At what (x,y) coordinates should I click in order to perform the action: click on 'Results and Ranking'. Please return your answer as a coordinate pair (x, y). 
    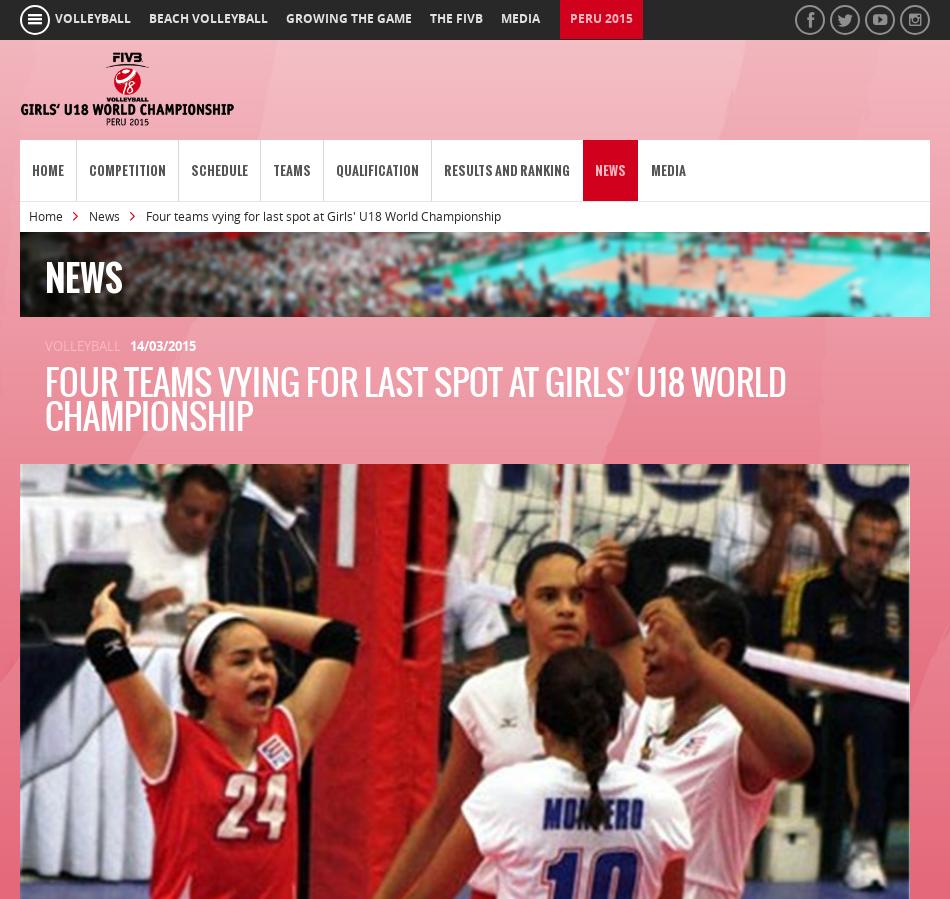
    Looking at the image, I should click on (507, 170).